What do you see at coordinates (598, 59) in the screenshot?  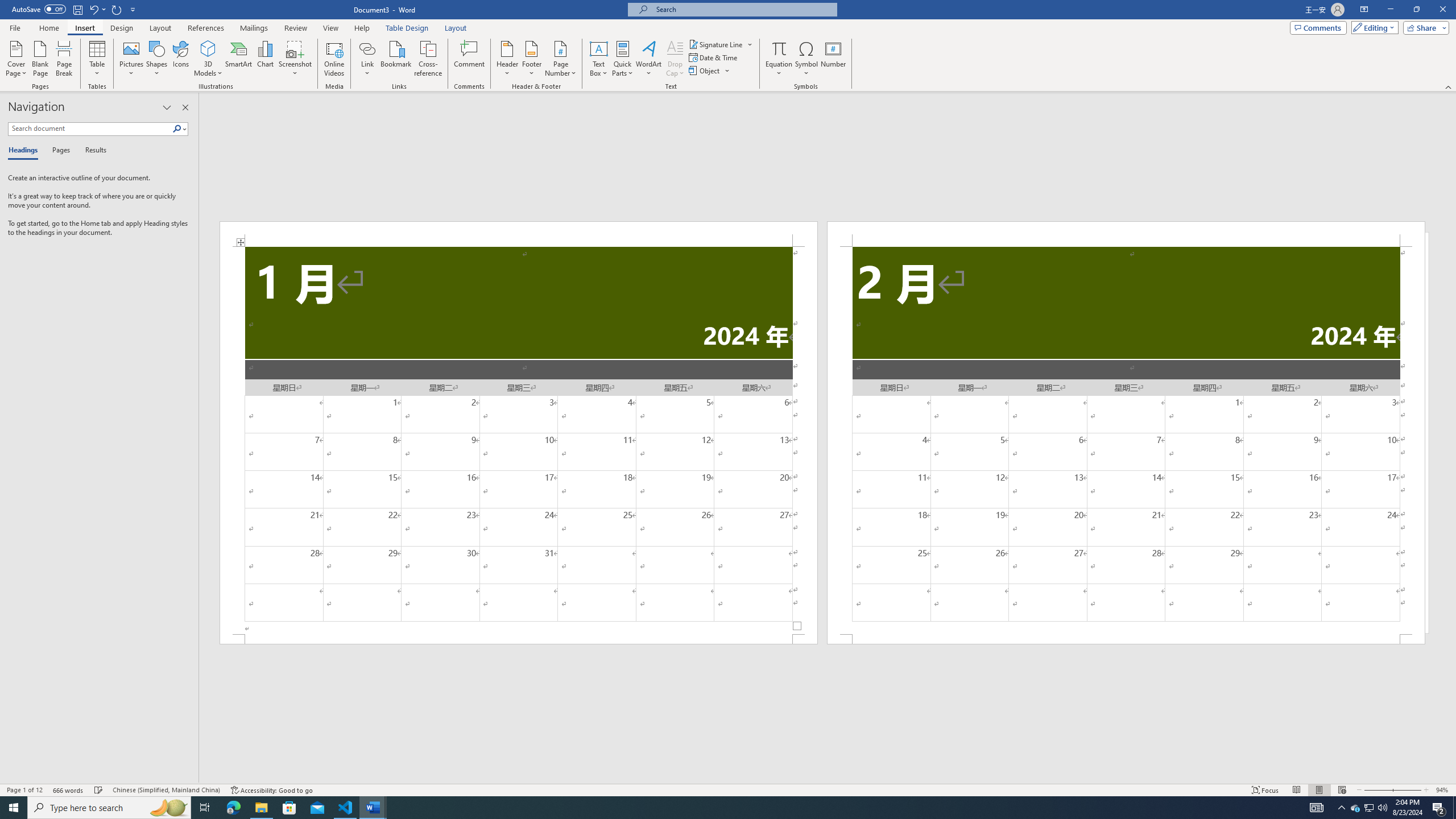 I see `'Text Box'` at bounding box center [598, 59].